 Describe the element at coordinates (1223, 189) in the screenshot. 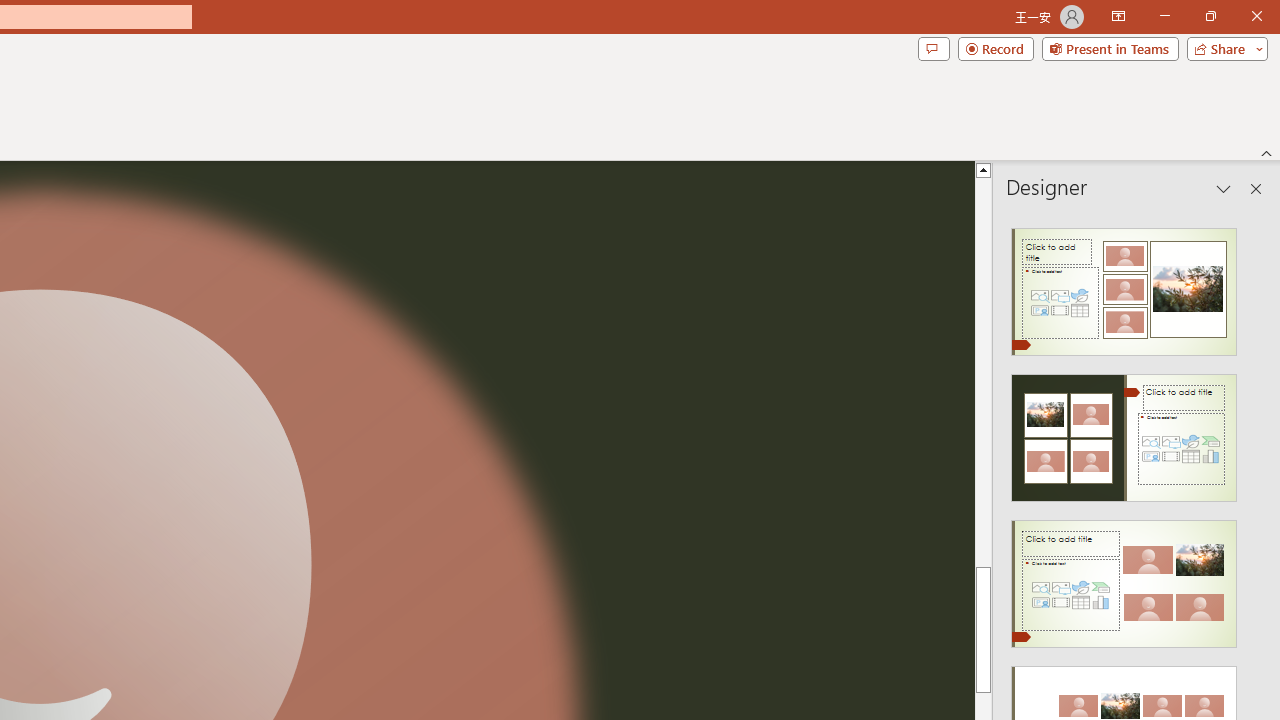

I see `'Task Pane Options'` at that location.